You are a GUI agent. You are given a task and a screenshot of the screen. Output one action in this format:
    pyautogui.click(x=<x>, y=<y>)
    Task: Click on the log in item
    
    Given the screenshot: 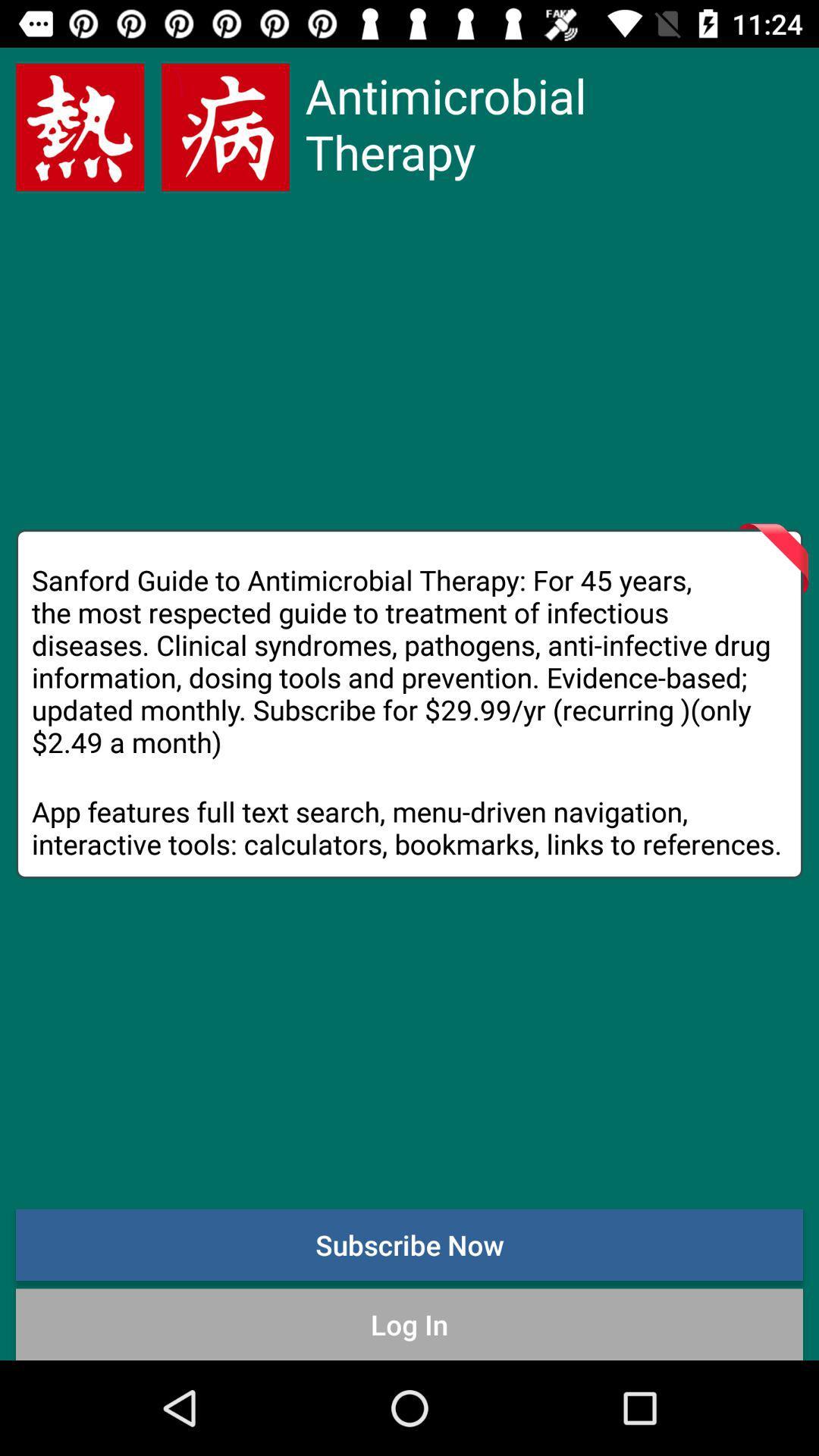 What is the action you would take?
    pyautogui.click(x=409, y=1323)
    